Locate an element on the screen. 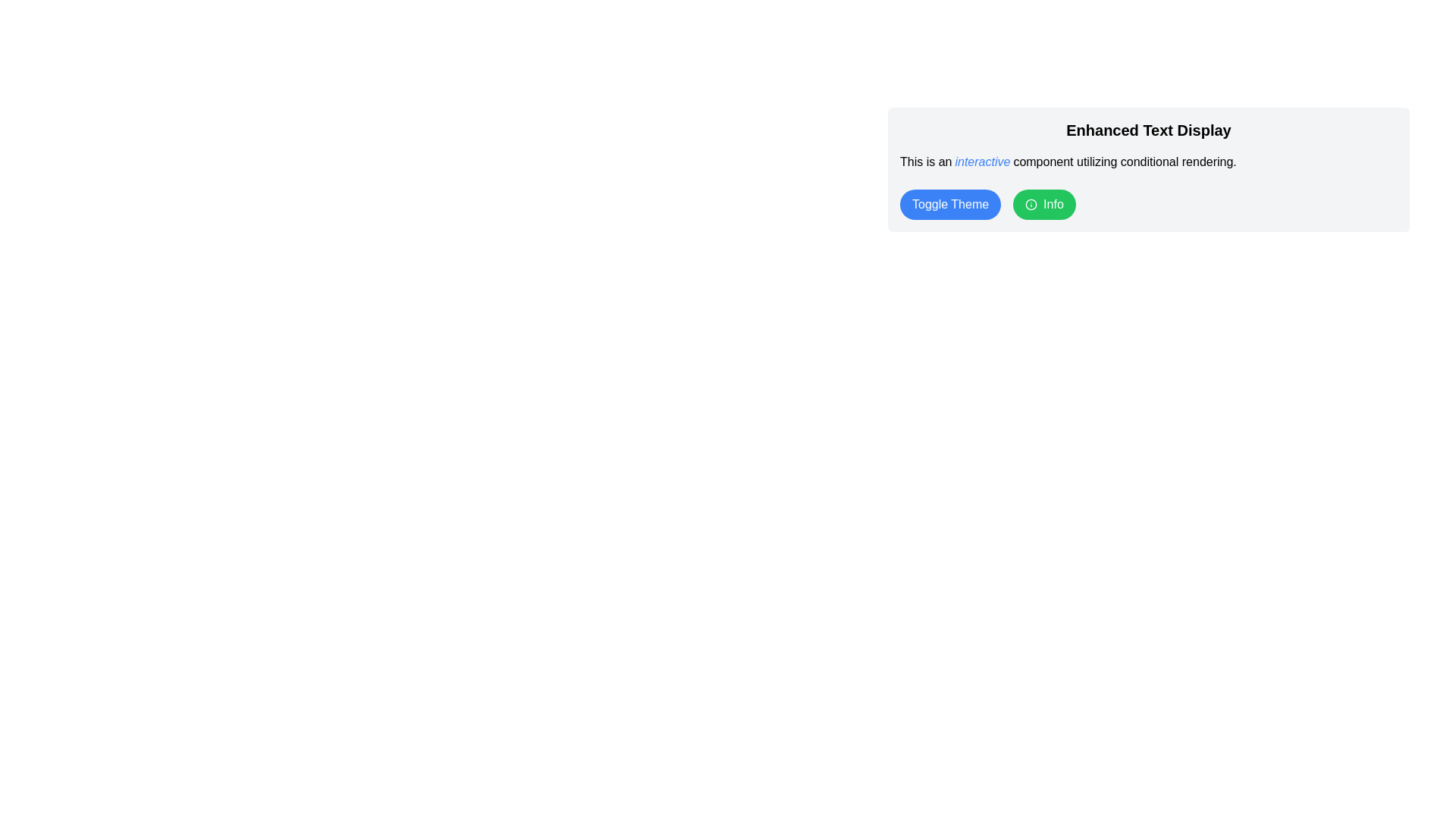 Image resolution: width=1456 pixels, height=819 pixels. the 'Toggle Theme' button, which is a blue button with rounded edges located at the top-right section of the interface is located at coordinates (949, 205).